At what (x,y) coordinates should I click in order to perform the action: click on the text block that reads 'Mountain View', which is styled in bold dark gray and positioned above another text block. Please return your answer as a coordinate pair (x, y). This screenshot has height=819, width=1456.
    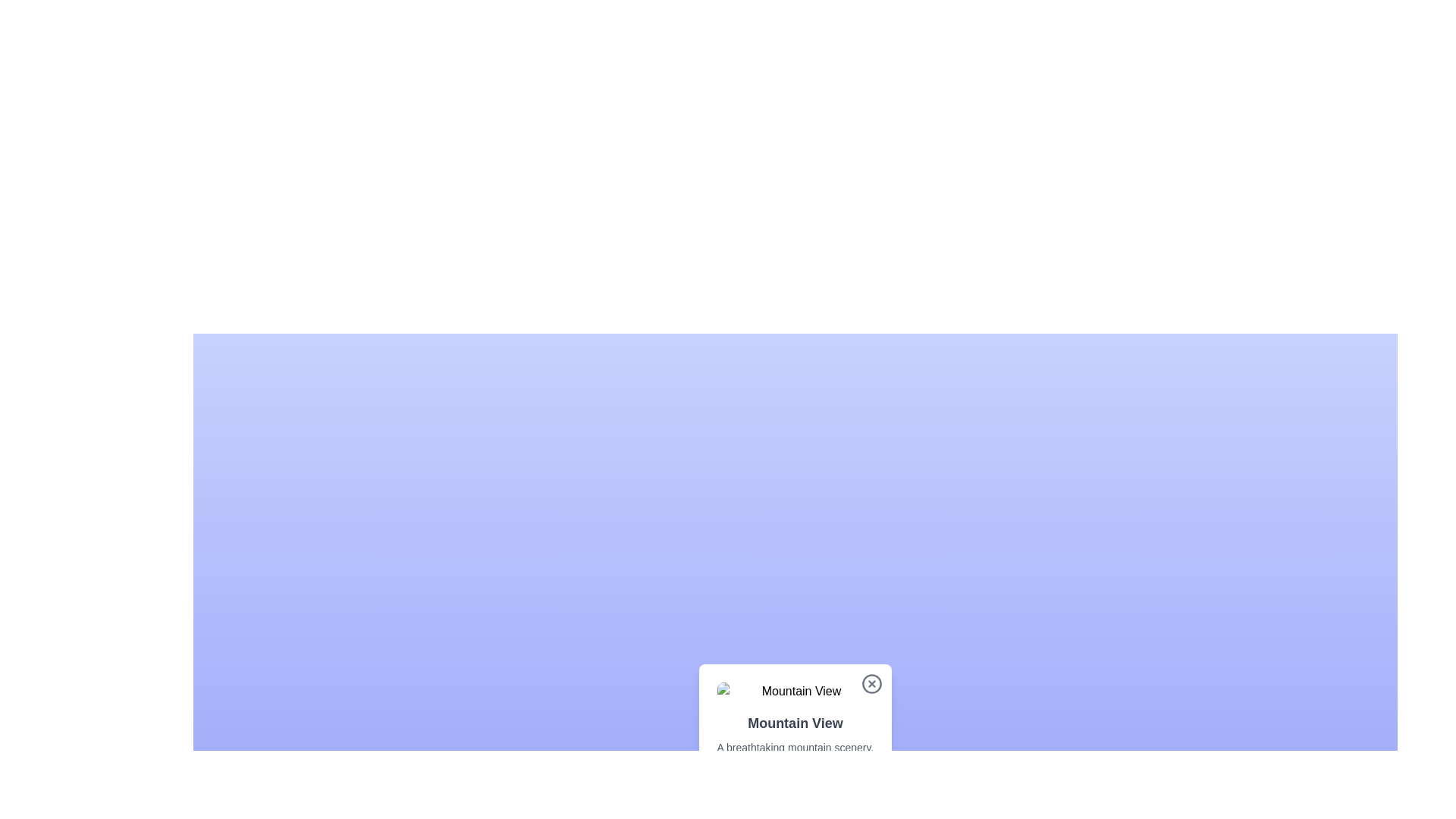
    Looking at the image, I should click on (794, 722).